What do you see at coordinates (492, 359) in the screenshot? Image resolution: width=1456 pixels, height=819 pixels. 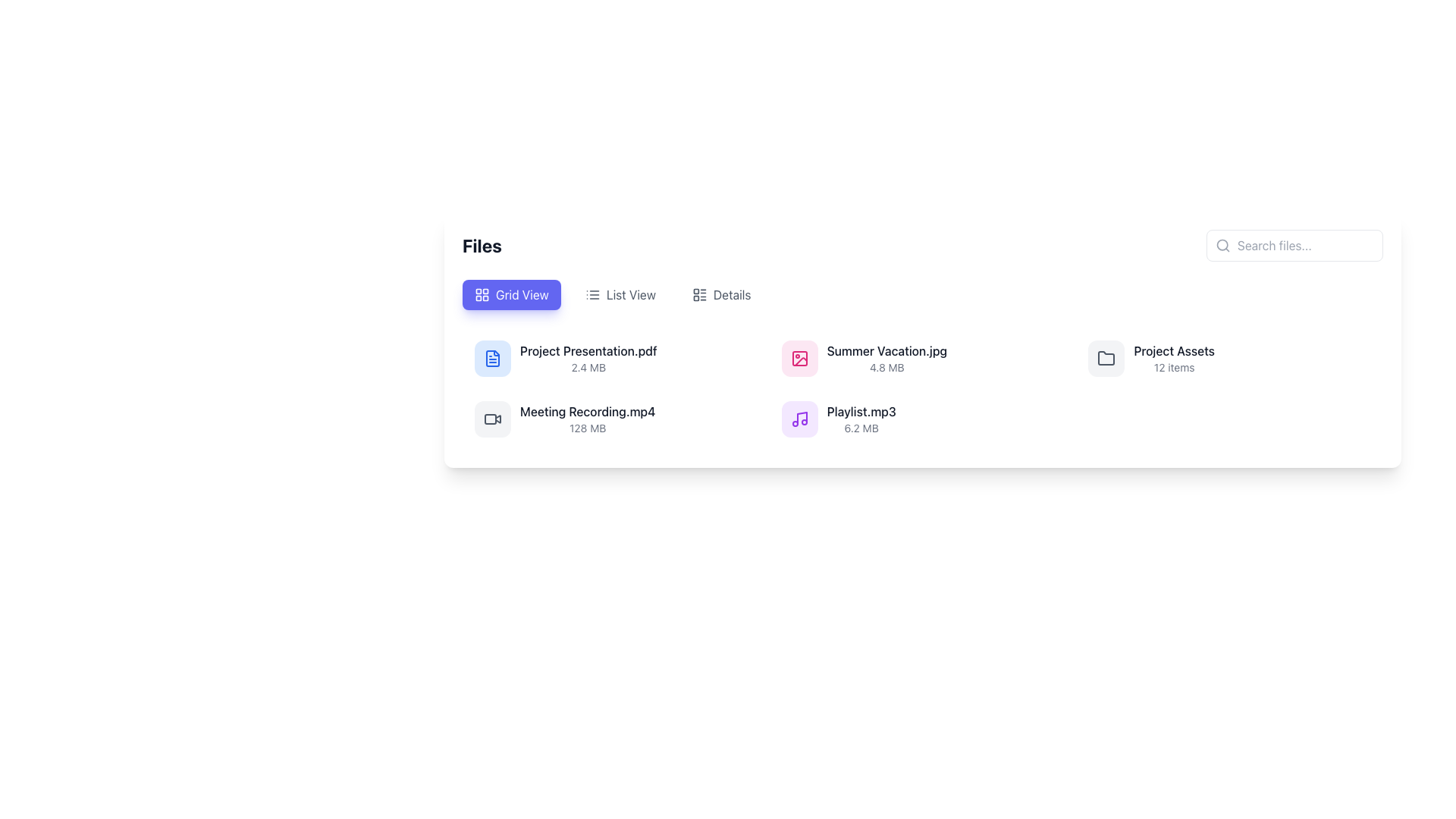 I see `the icon representing the file labeled 'Project Presentation.pdf'` at bounding box center [492, 359].